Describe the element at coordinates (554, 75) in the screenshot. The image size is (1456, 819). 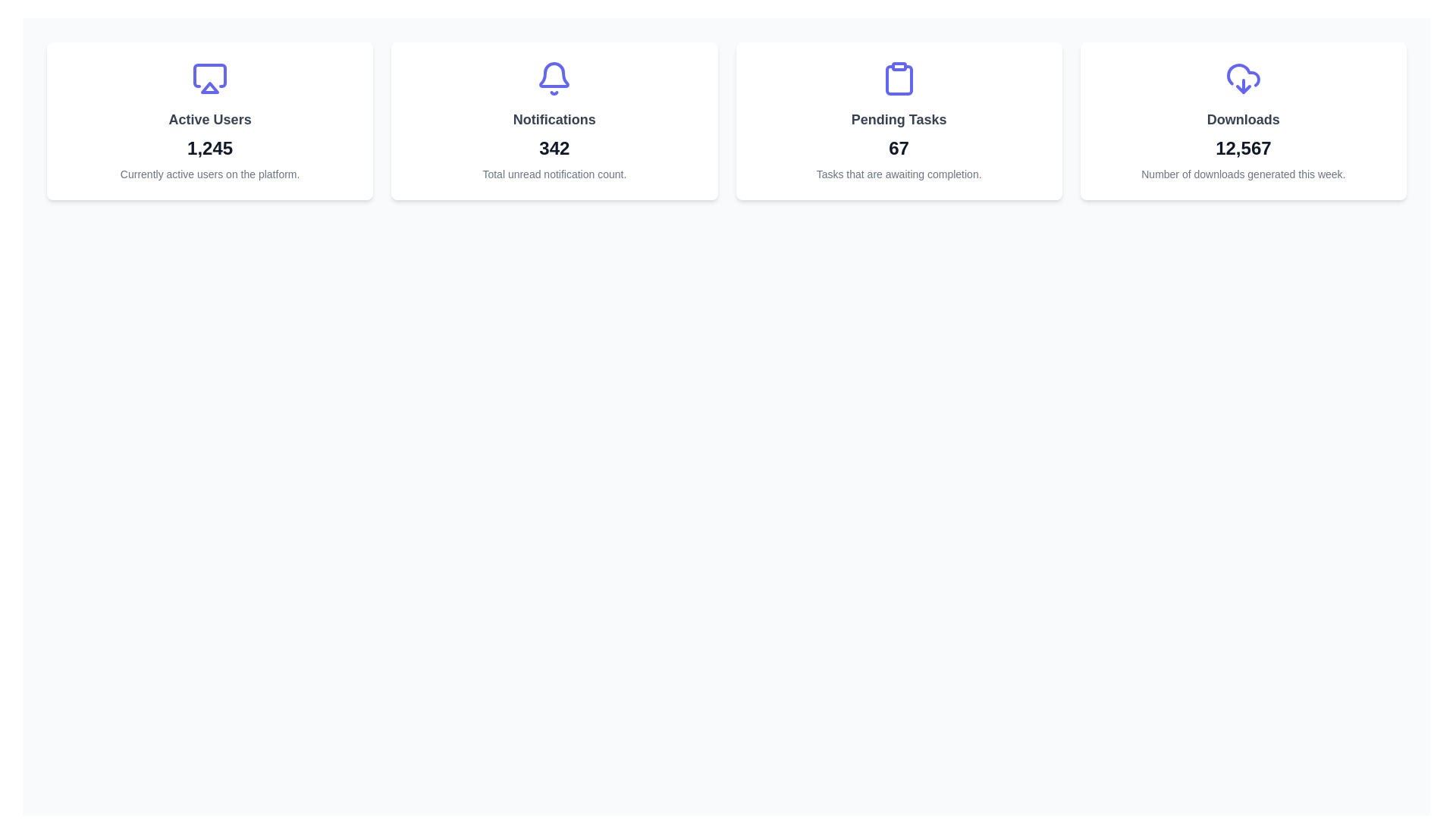
I see `the Bell Symbol icon, which represents the notifications feature located at the top center of the Notifications card` at that location.